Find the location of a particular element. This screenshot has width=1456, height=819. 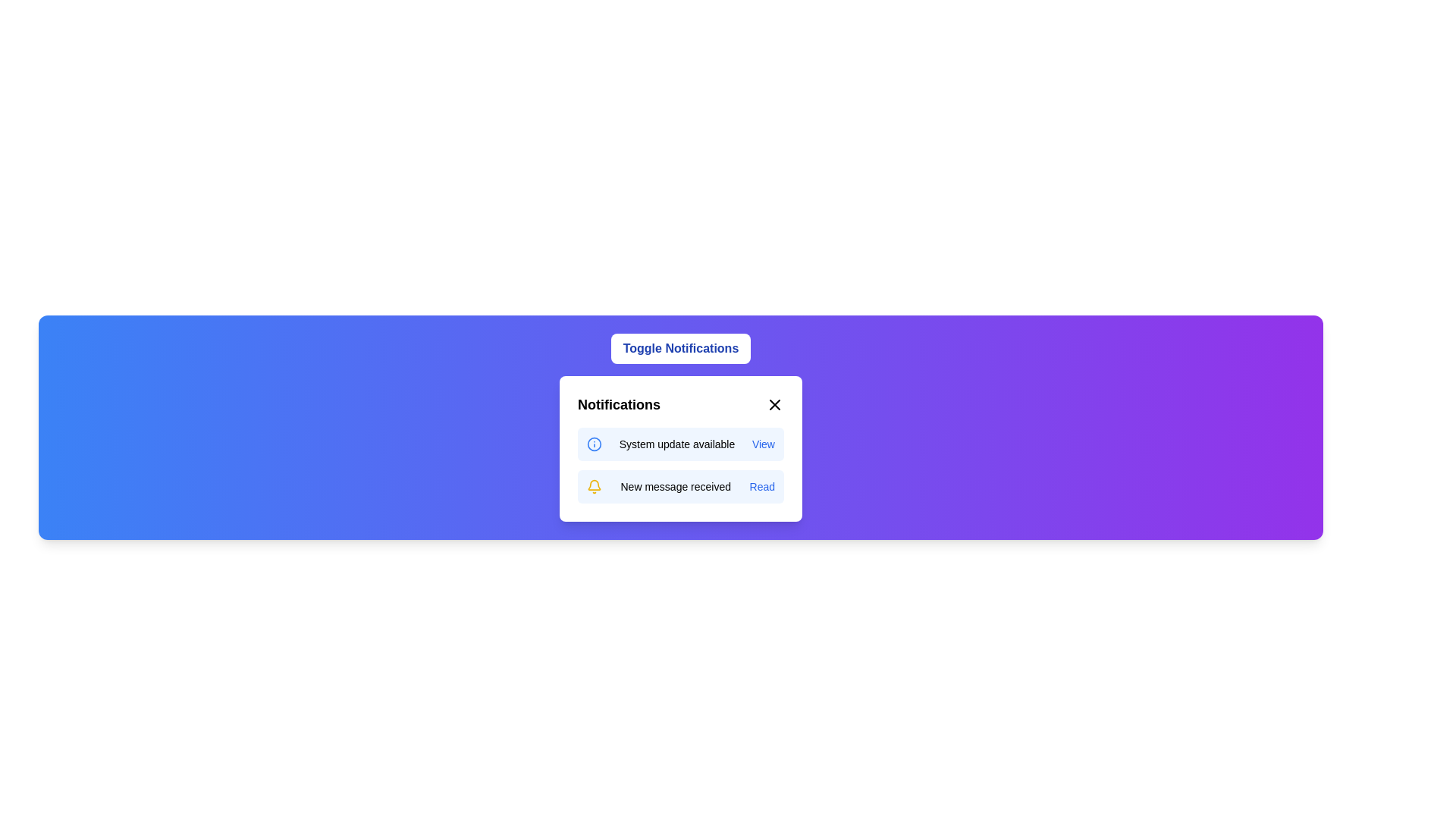

the non-interactive Text Label that displays the main message of the second notification item, located between the notification bell icon and the 'Read' link is located at coordinates (675, 486).